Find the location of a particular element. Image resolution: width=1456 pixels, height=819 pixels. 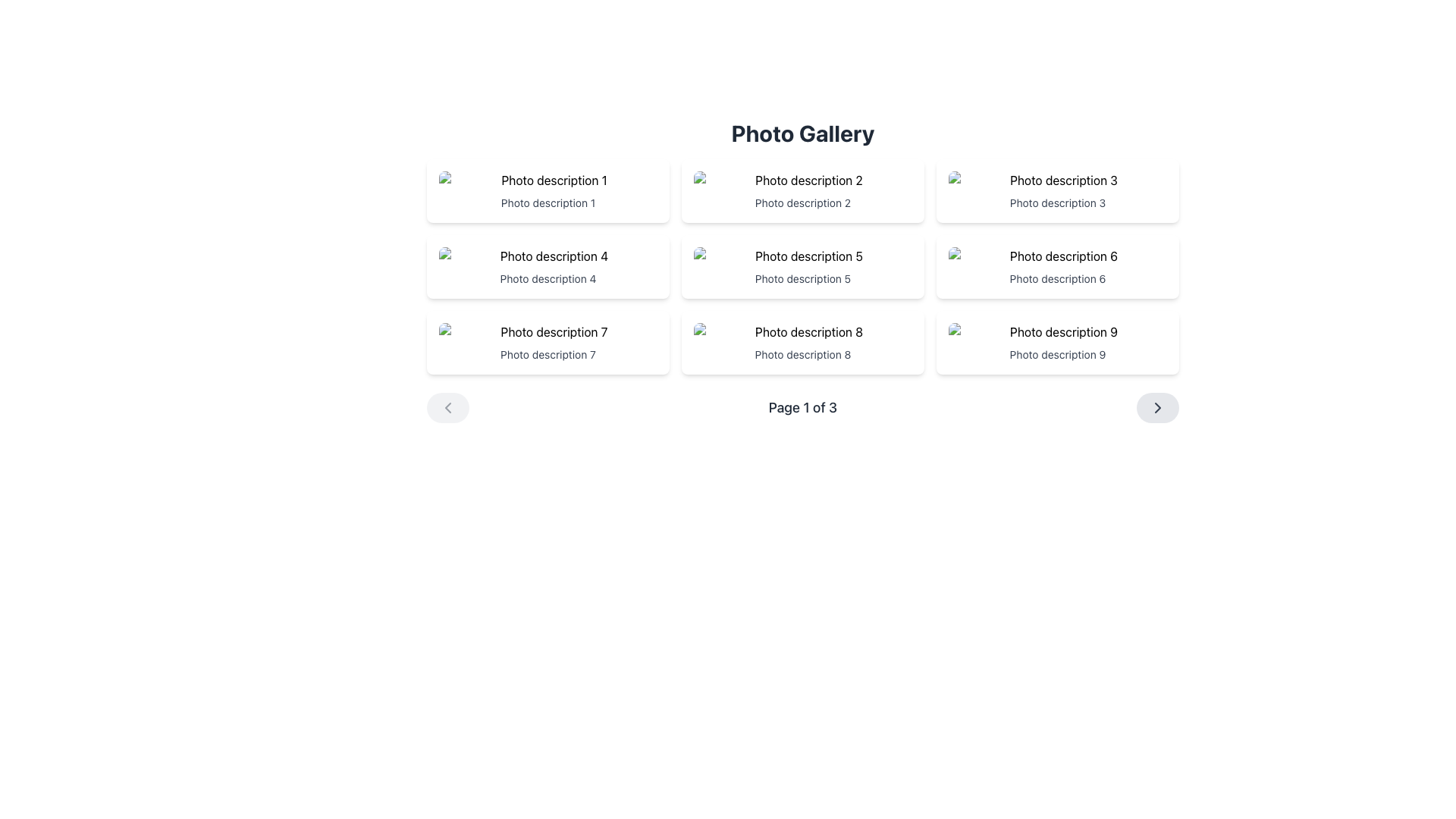

the text label that describes the image, which displays 'Photo description 8' and is located at the bottom-center of the card in the third row and second column of the grid layout is located at coordinates (802, 354).